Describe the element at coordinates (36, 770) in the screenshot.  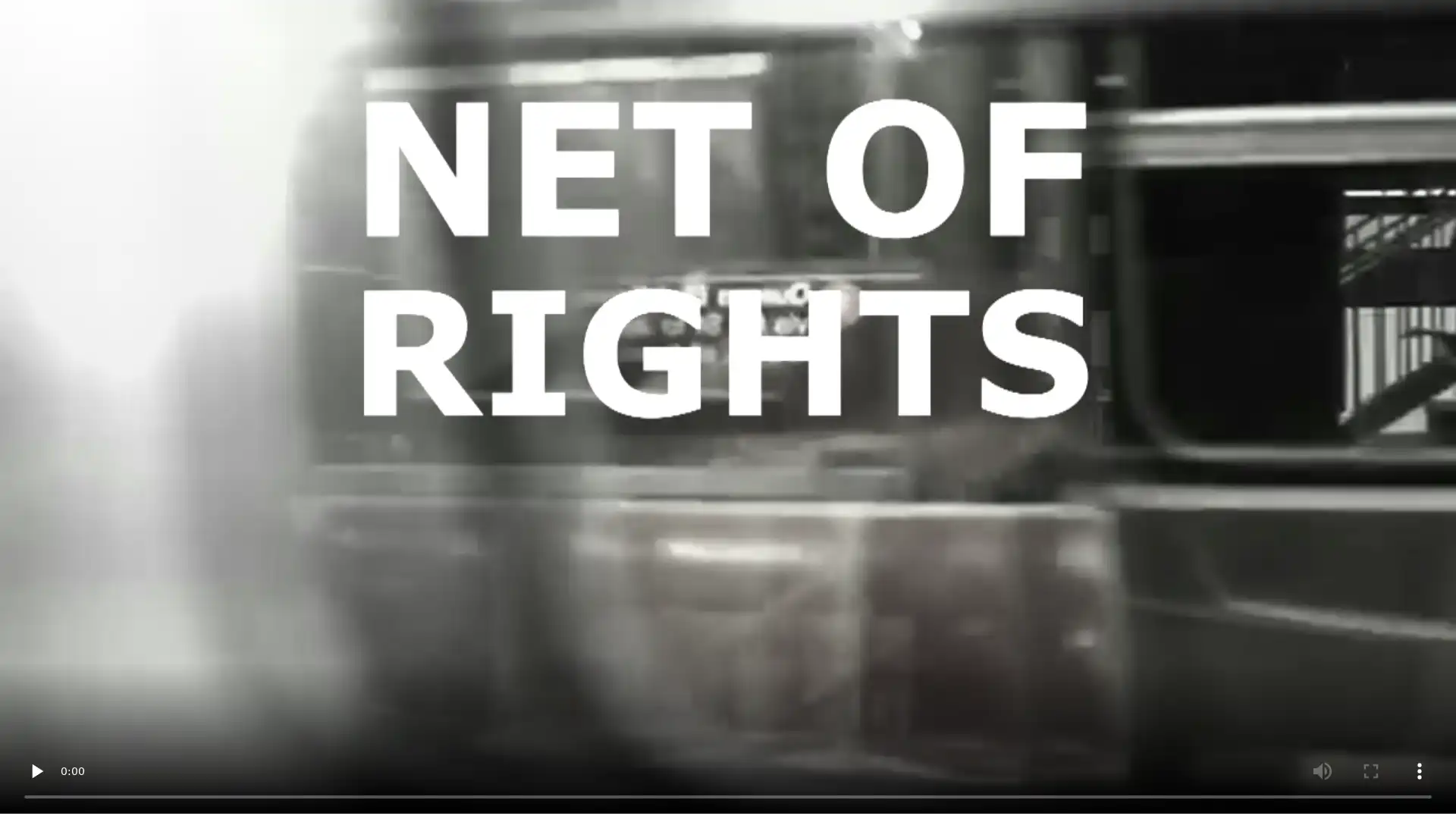
I see `play` at that location.